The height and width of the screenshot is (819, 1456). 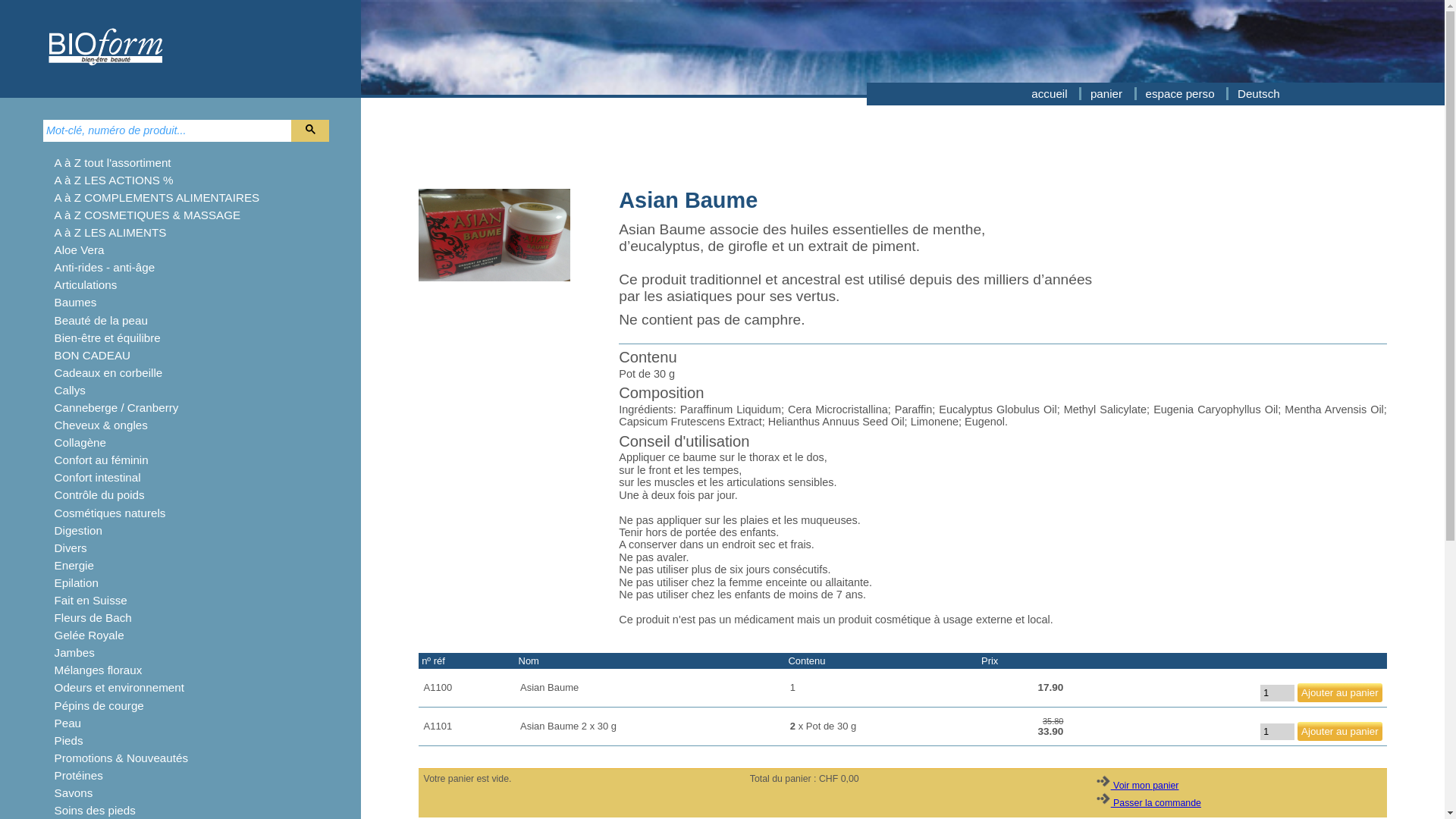 I want to click on 'Confort intestinal', so click(x=97, y=476).